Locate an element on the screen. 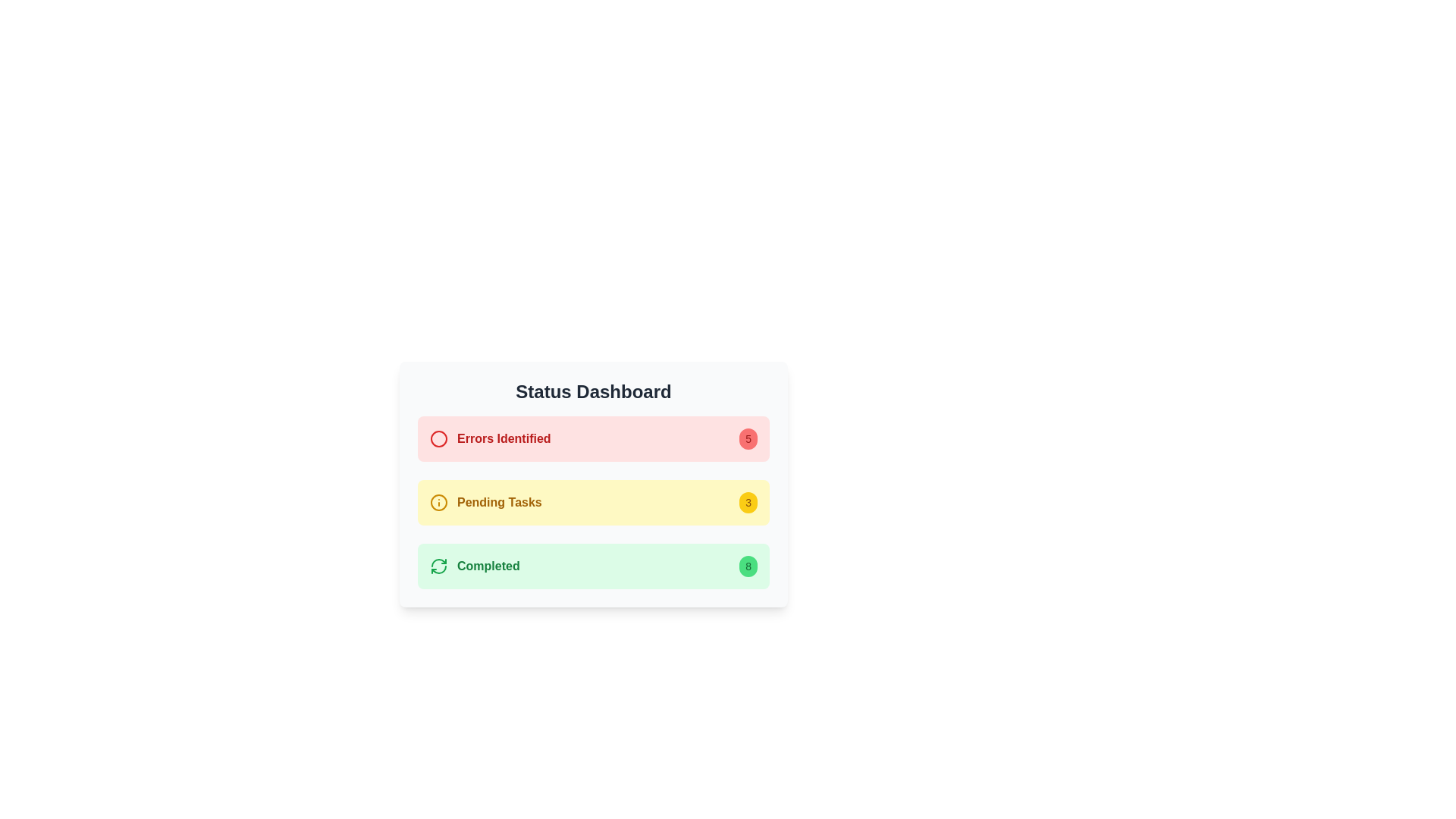  the Status indicator card that summarizes the count of identified errors, positioned at the top of the vertical list of status summaries is located at coordinates (592, 438).